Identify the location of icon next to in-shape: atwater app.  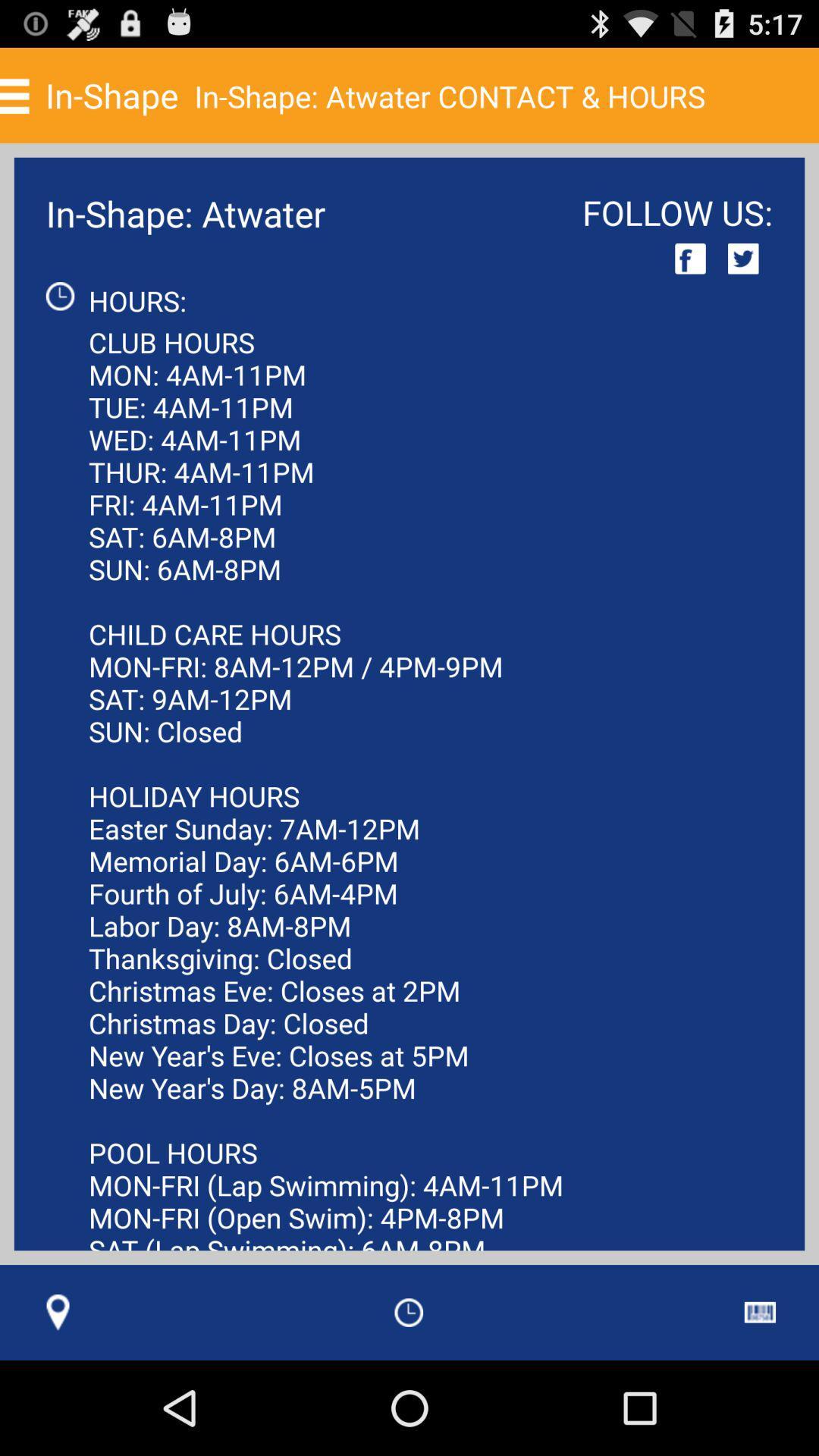
(690, 259).